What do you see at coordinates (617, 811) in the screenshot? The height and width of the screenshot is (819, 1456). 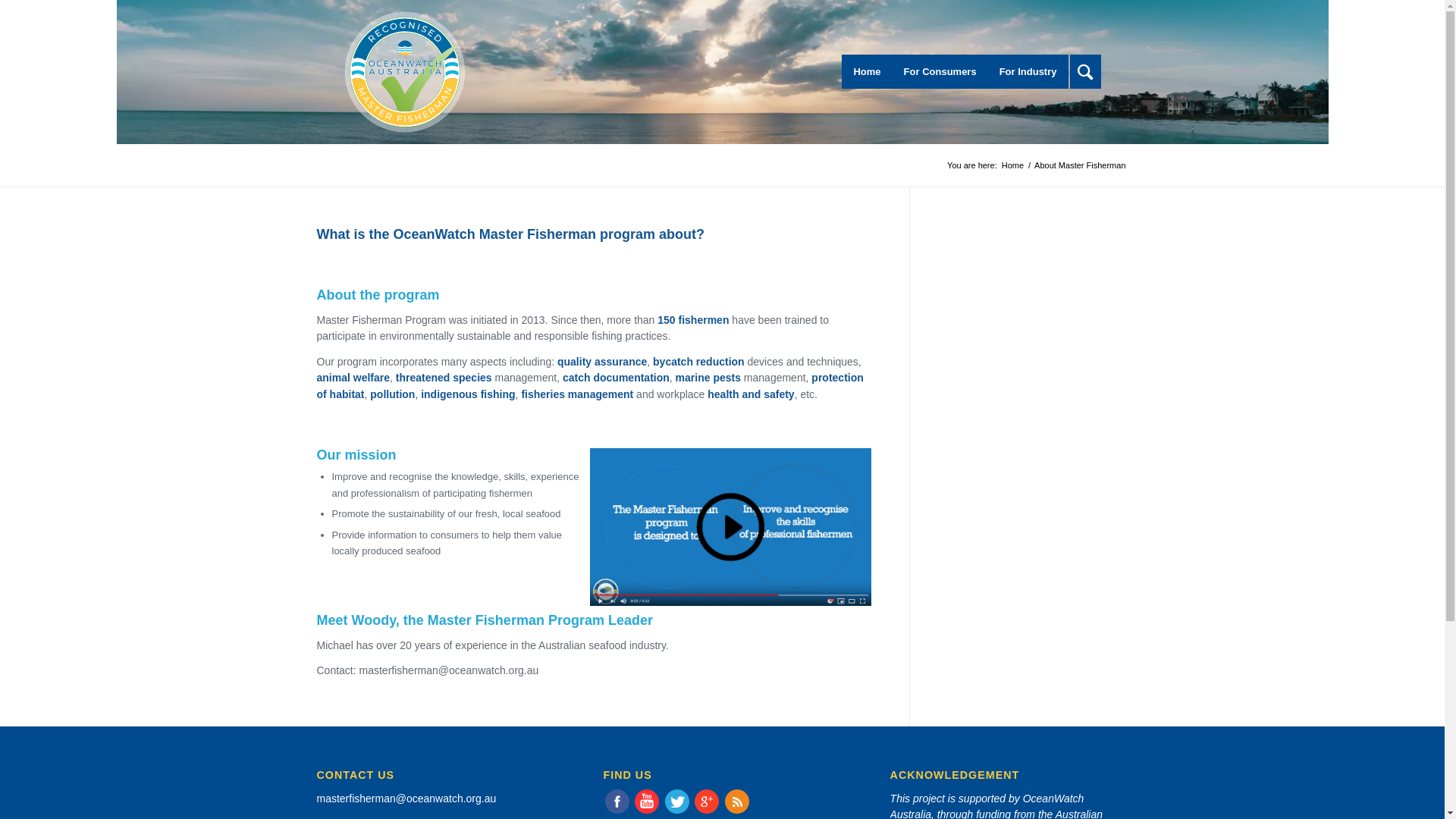 I see `'Faebook '` at bounding box center [617, 811].